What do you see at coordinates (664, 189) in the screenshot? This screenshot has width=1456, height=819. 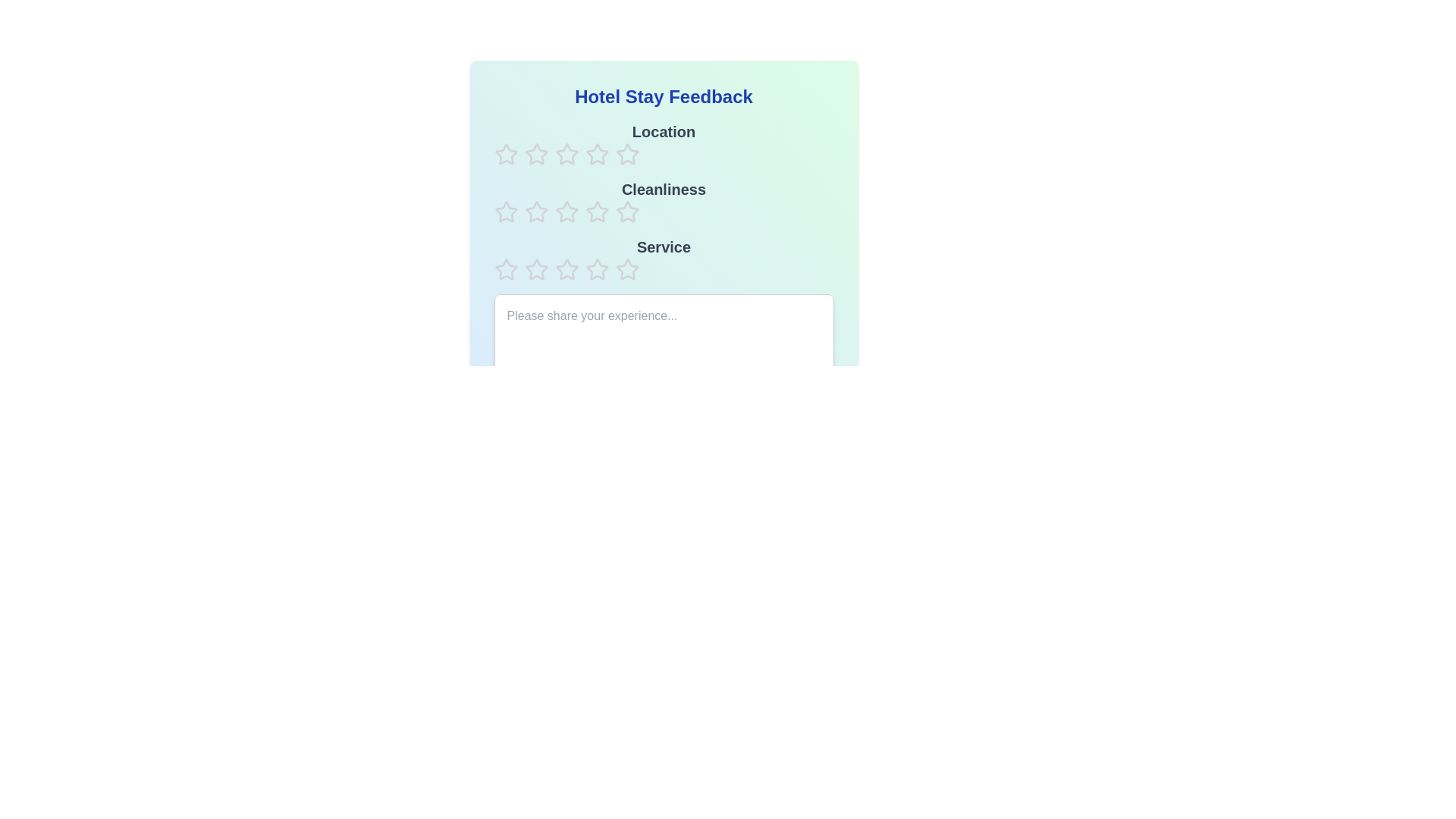 I see `the 'Cleanliness' rating section header text label, which is positioned below the 'Location' section and above the 'Service' section in the middle of the feedback form` at bounding box center [664, 189].